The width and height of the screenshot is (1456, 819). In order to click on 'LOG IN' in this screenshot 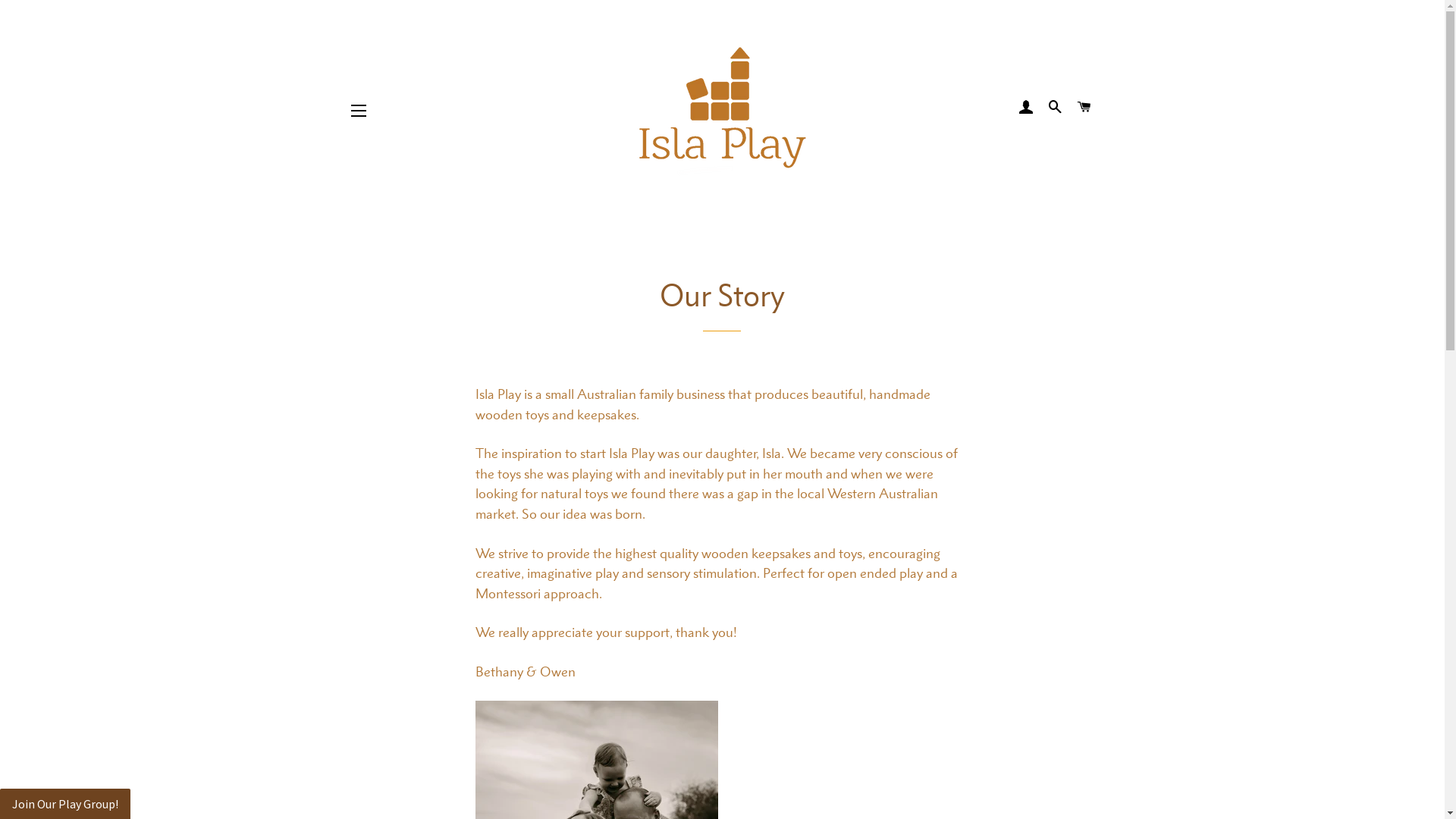, I will do `click(1026, 106)`.